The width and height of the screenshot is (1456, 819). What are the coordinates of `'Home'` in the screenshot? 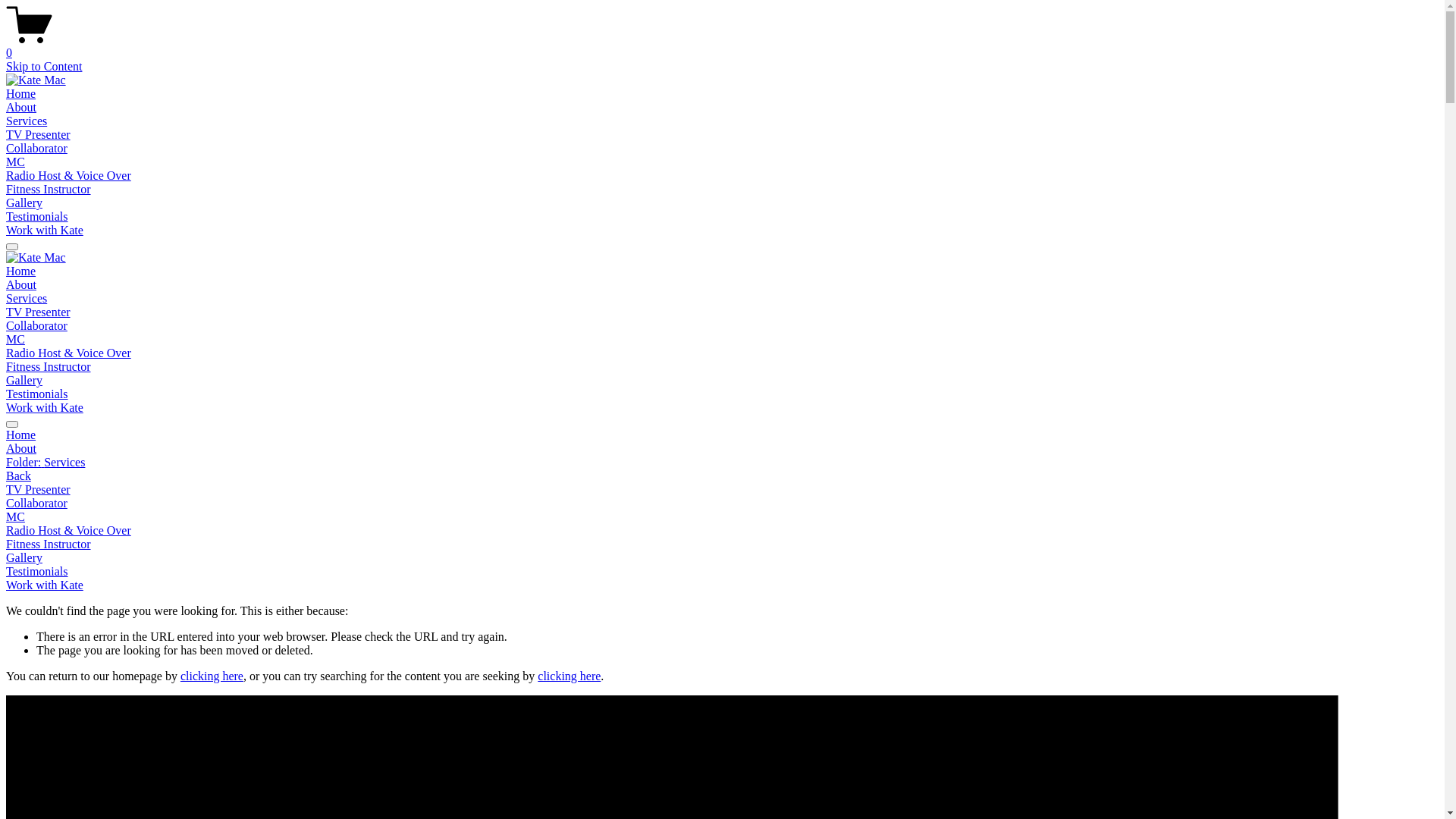 It's located at (6, 93).